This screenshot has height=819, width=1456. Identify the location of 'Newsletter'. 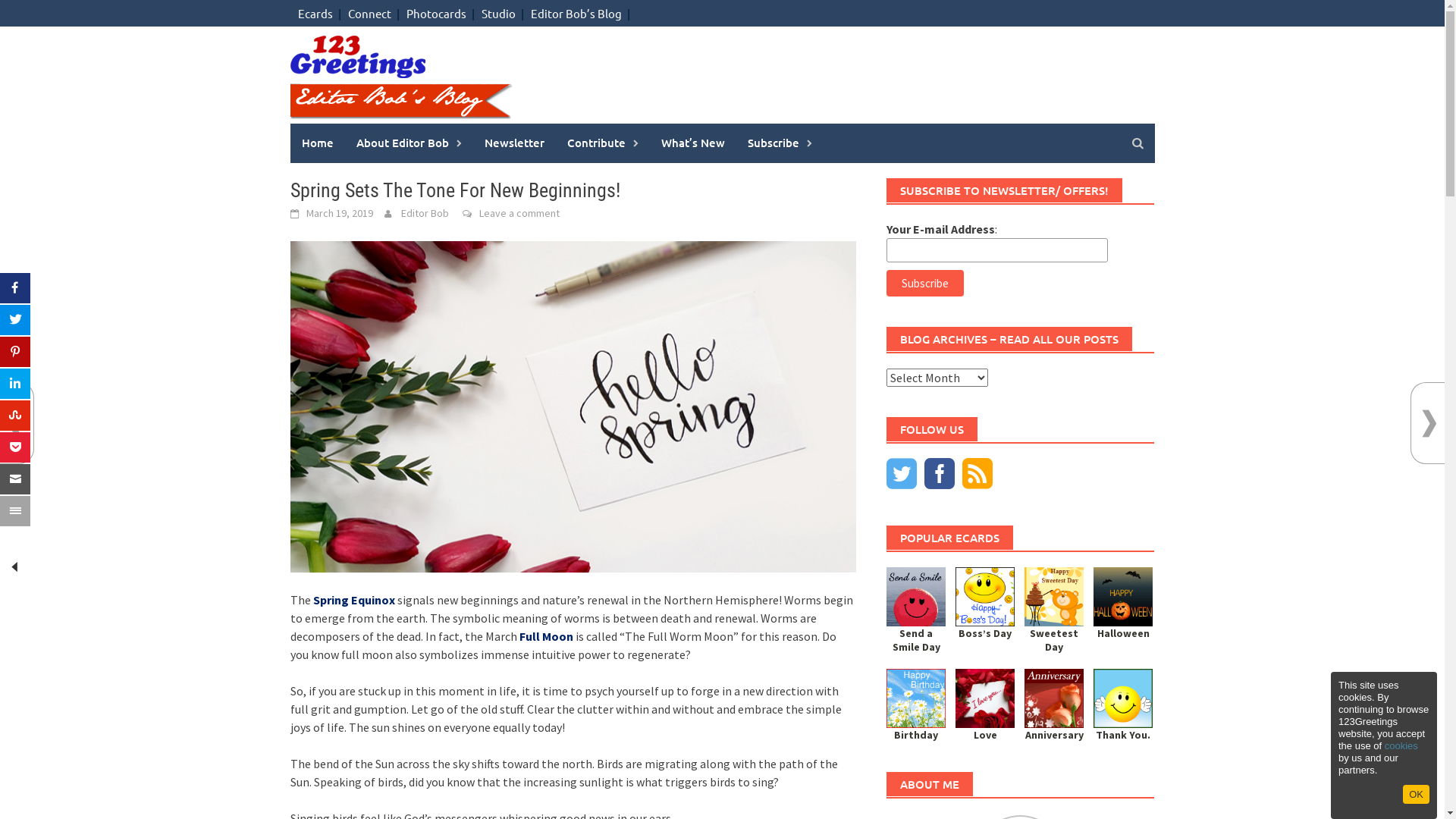
(514, 143).